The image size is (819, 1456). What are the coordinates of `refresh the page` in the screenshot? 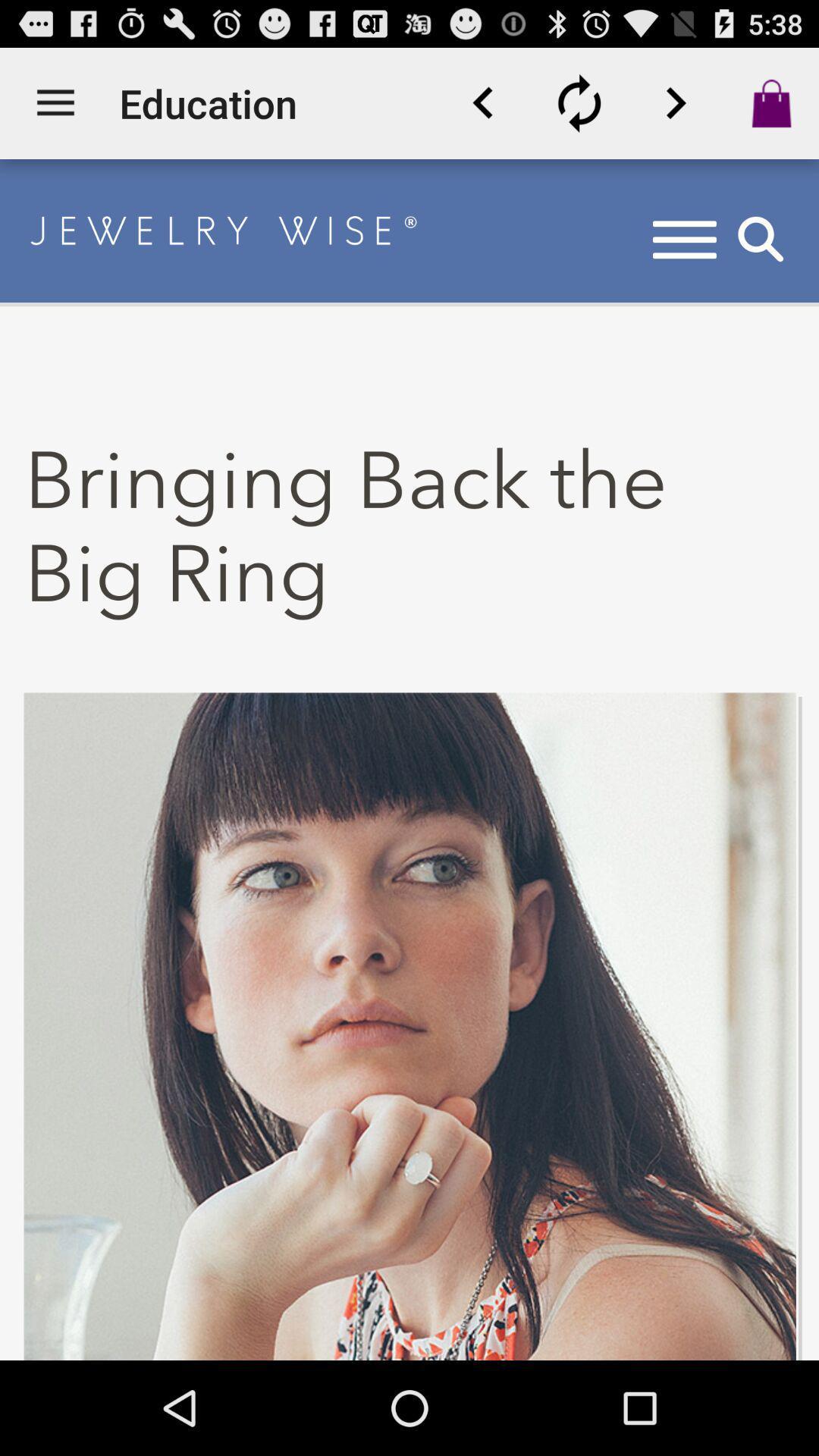 It's located at (579, 102).